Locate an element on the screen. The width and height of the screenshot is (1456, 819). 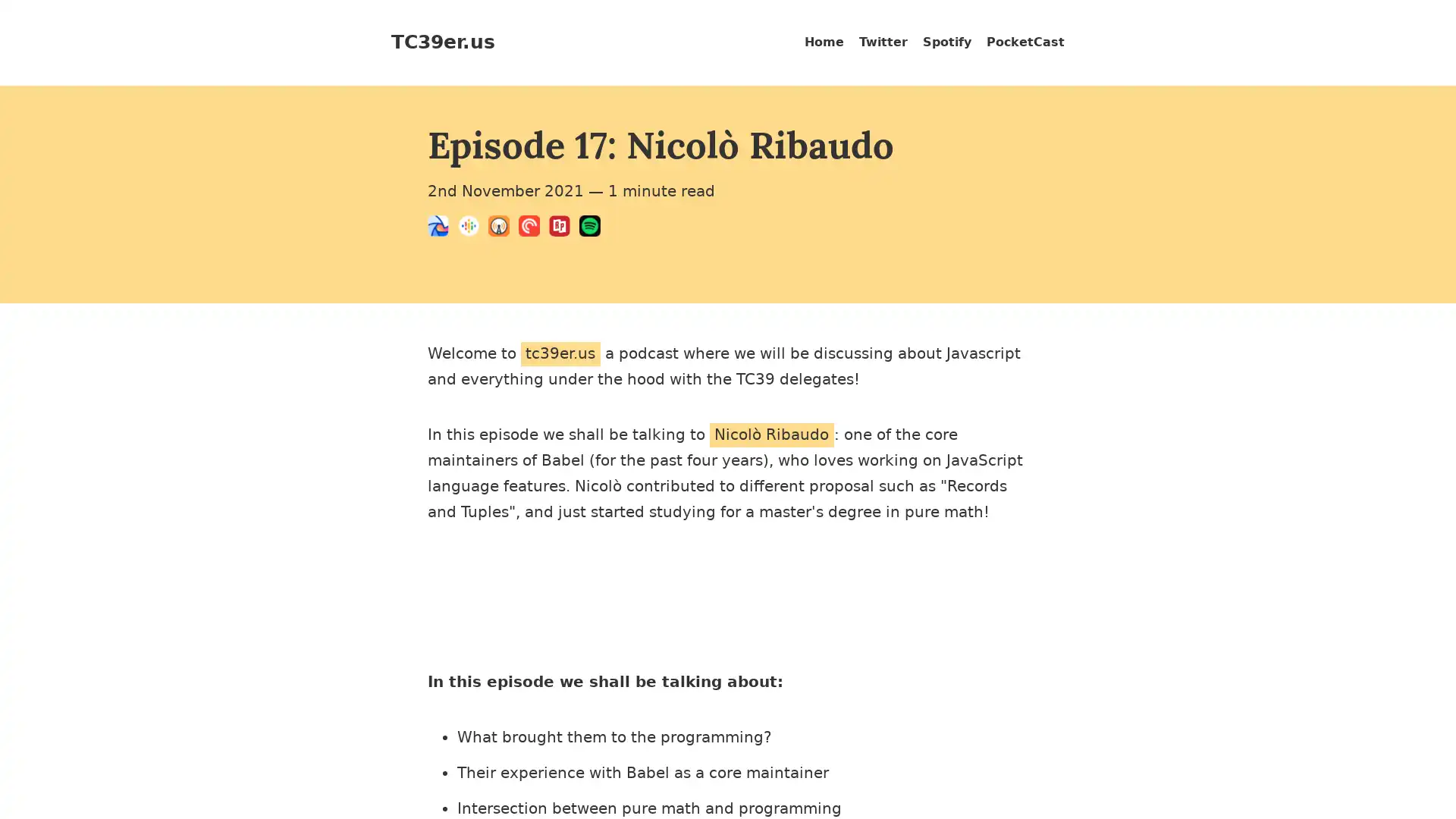
Breaker Logo is located at coordinates (442, 228).